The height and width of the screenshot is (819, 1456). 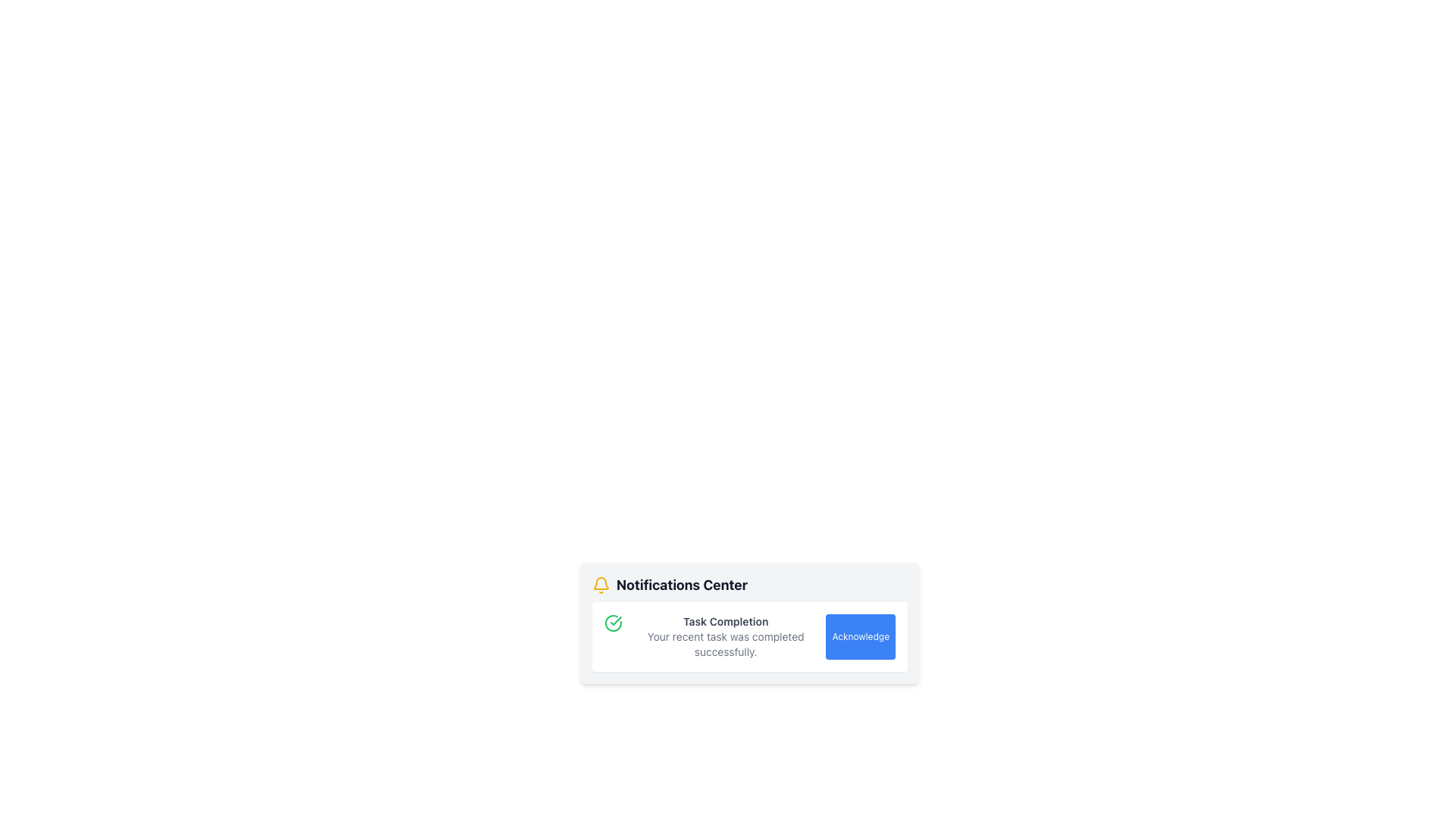 I want to click on the text label that displays the message 'Your recent task was completed successfully.' located in the 'Task Completion' notification block, so click(x=725, y=644).